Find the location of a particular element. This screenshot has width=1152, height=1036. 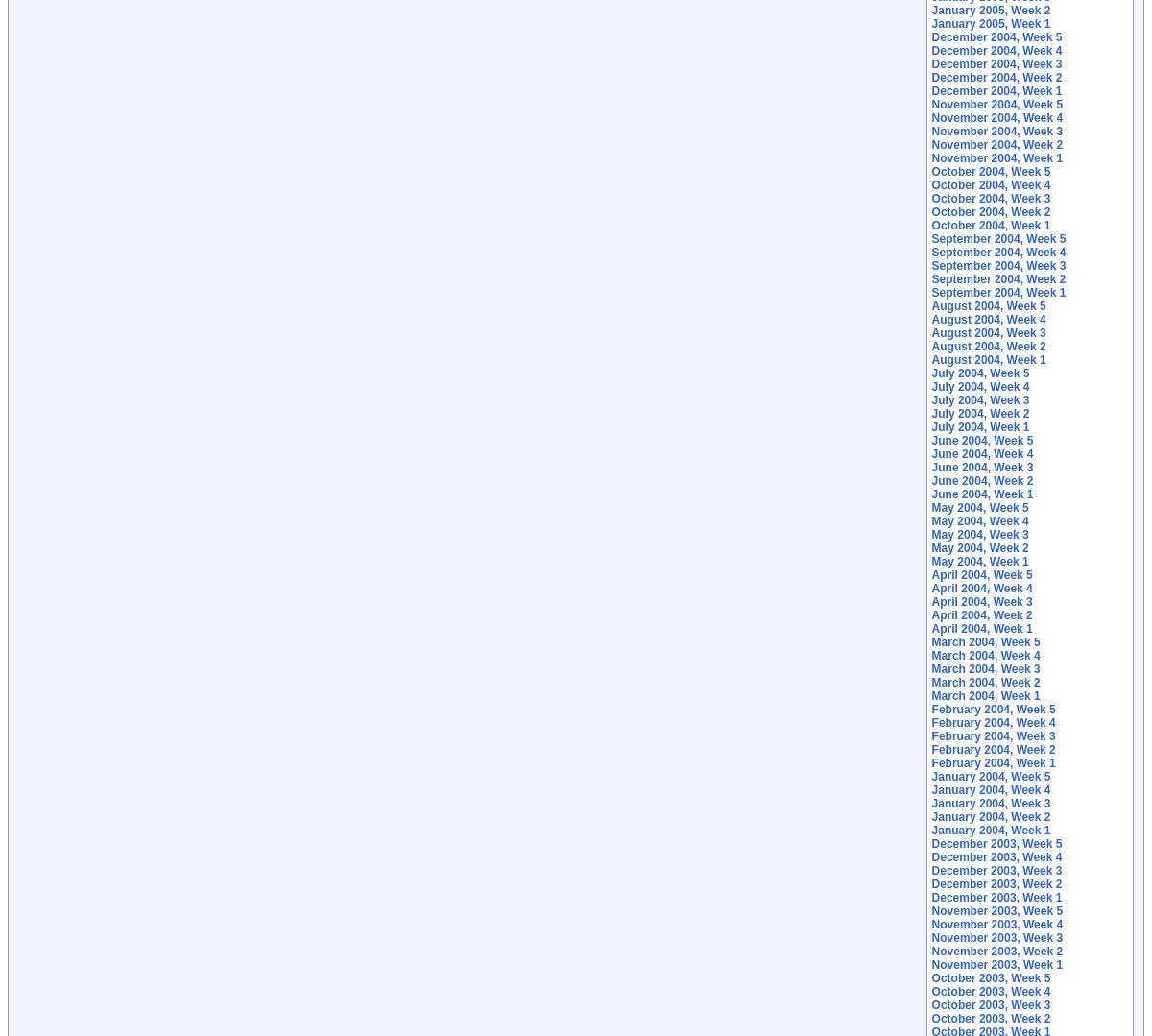

'October 2003, Week 4' is located at coordinates (930, 992).